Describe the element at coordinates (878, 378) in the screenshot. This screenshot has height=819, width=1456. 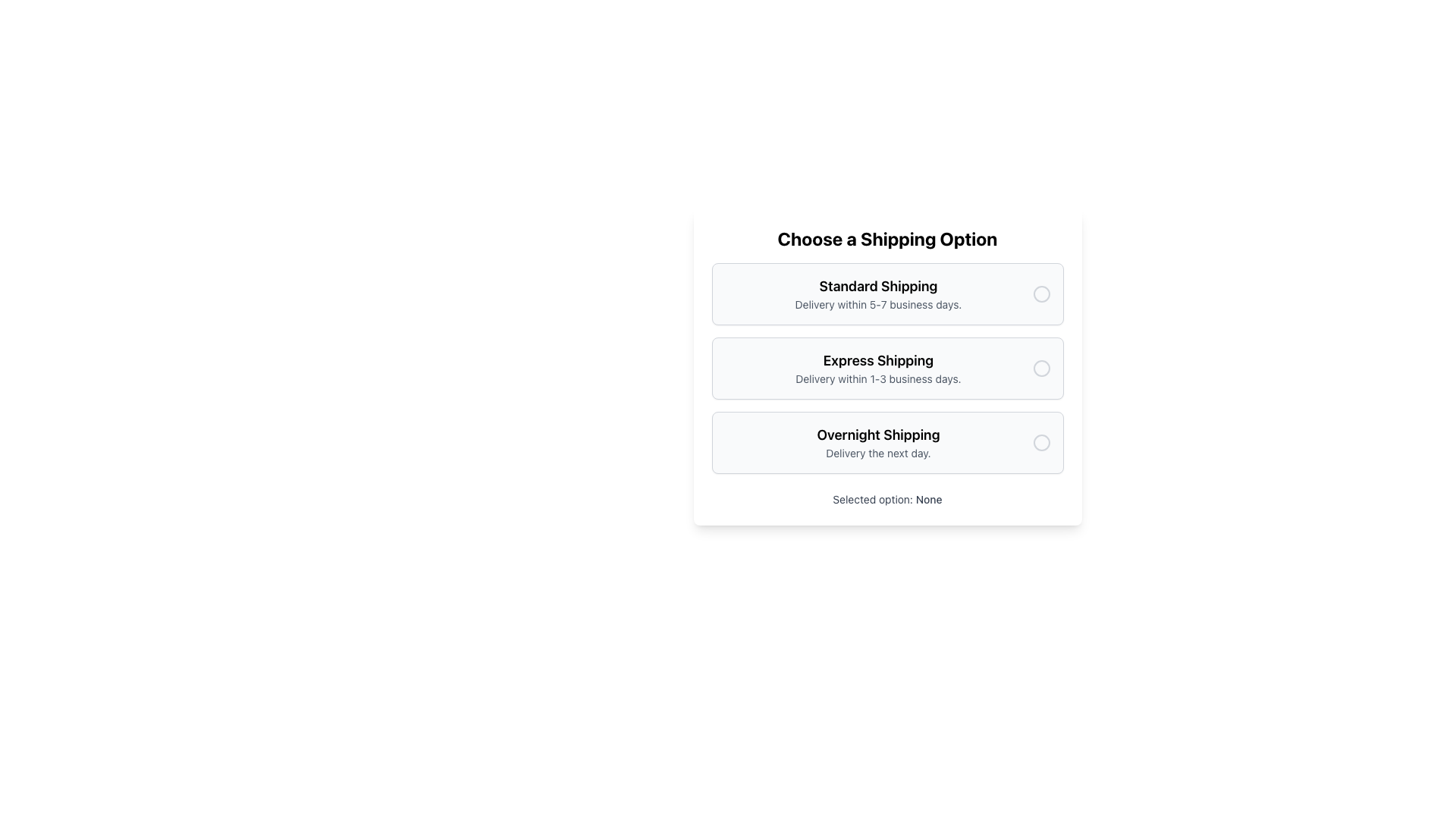
I see `the text label providing supplementary information about the 'Express Shipping' option, which is located directly below the 'Express Shipping' text` at that location.